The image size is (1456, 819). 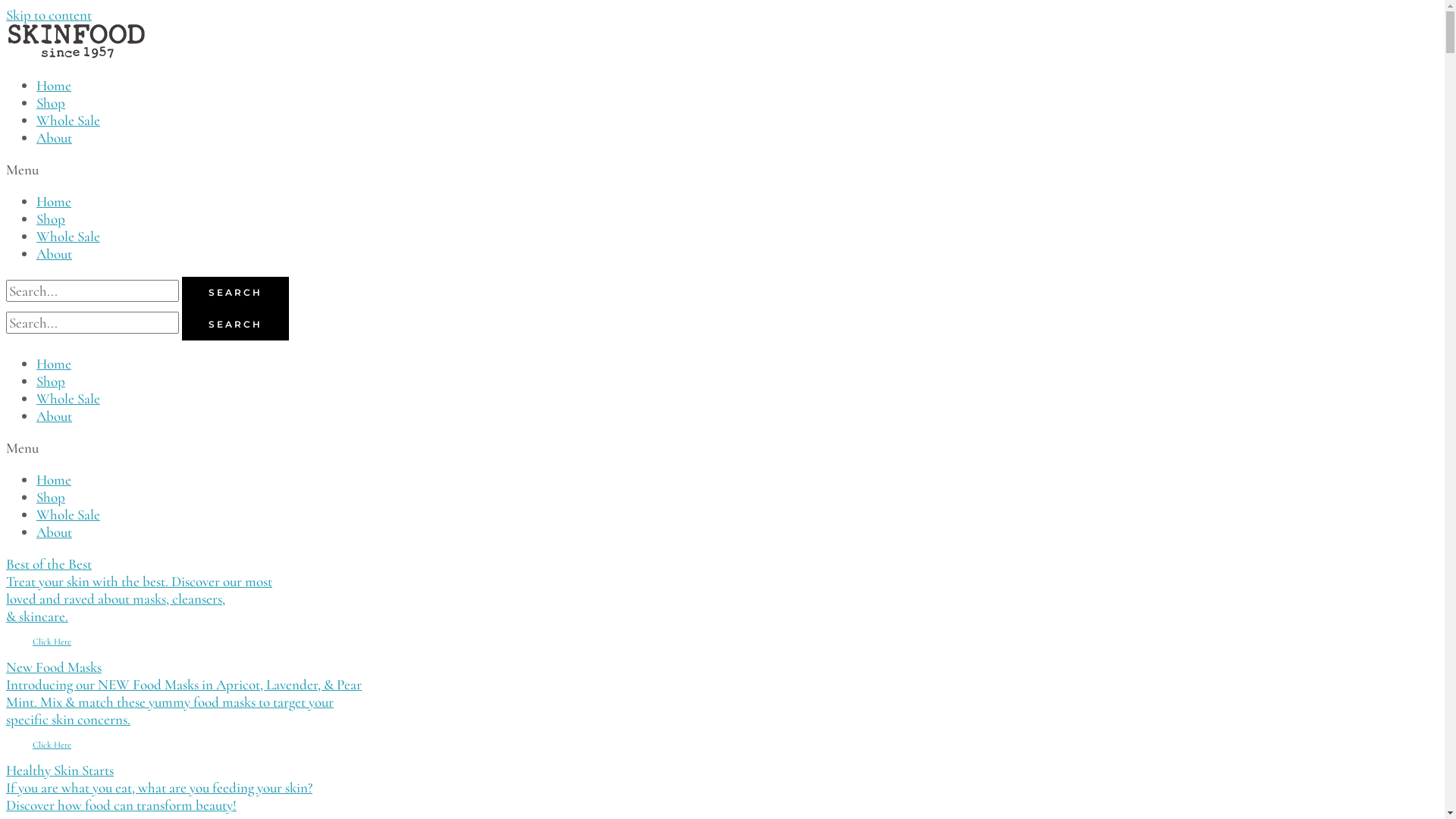 What do you see at coordinates (49, 14) in the screenshot?
I see `'Skip to content'` at bounding box center [49, 14].